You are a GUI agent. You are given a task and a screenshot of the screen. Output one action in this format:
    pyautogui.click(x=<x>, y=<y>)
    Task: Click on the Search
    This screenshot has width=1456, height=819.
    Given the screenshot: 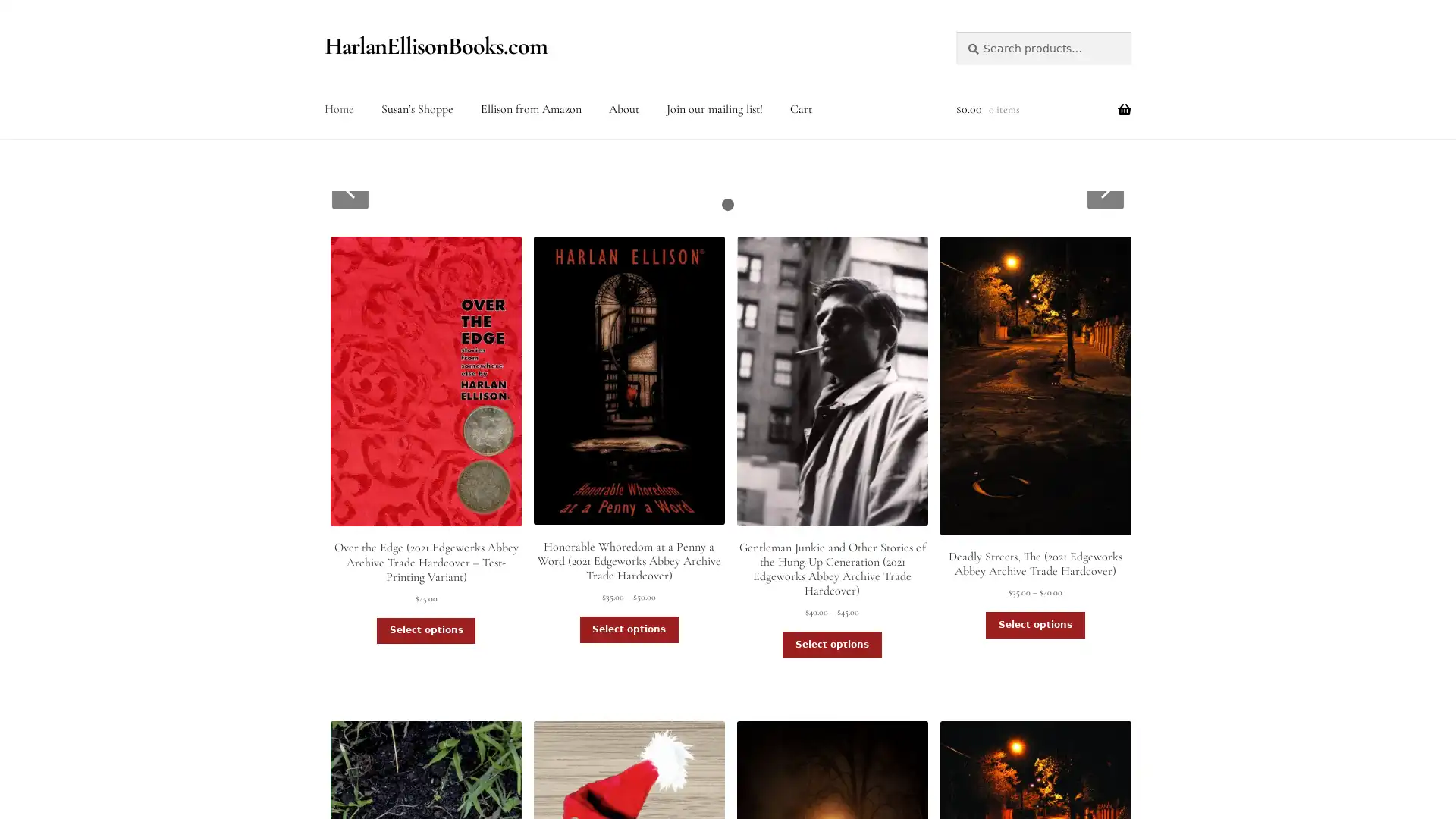 What is the action you would take?
    pyautogui.click(x=954, y=30)
    